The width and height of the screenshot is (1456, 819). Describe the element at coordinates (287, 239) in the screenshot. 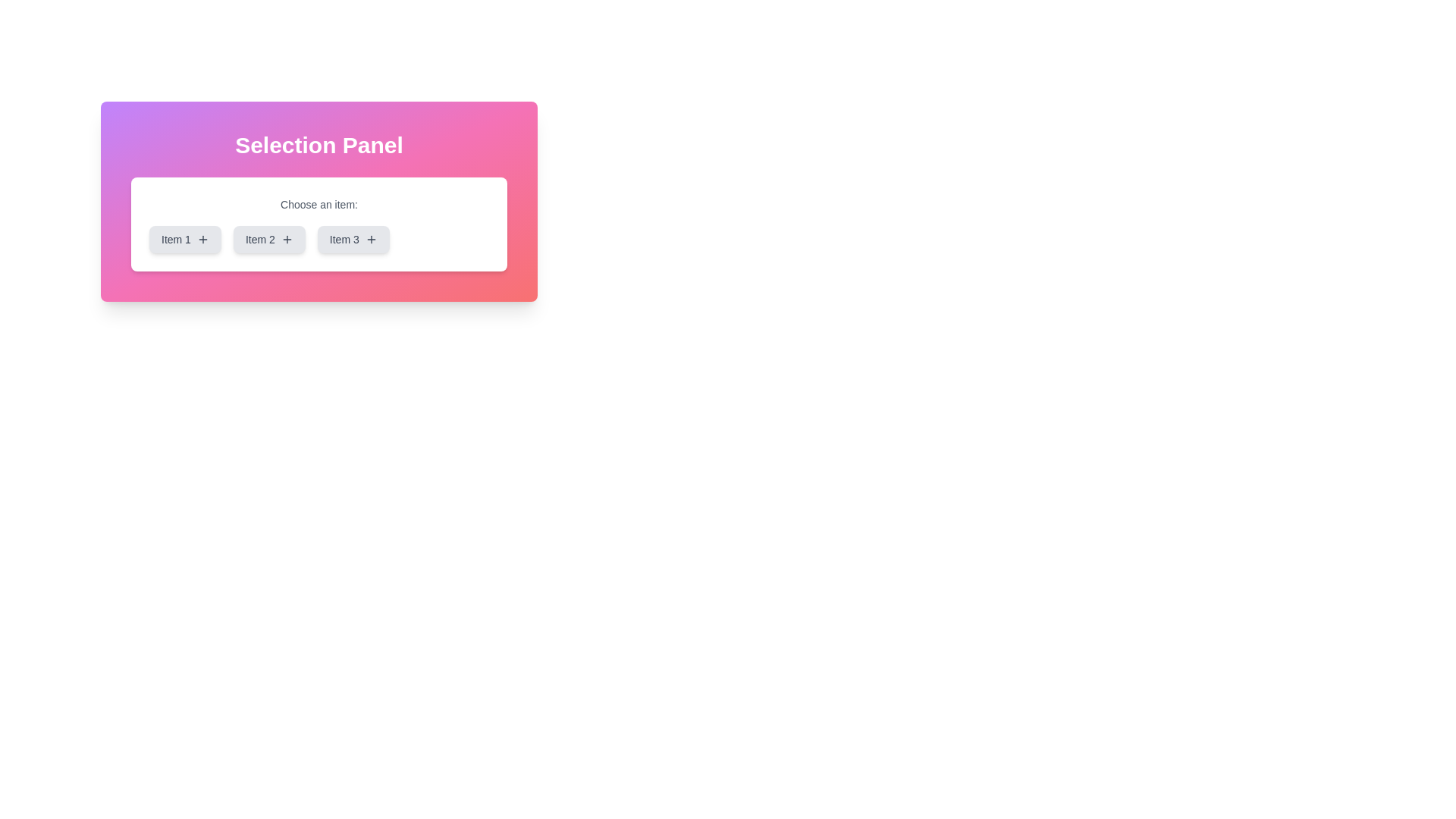

I see `the 'plus' icon located to the right of the 'Item 2' button` at that location.